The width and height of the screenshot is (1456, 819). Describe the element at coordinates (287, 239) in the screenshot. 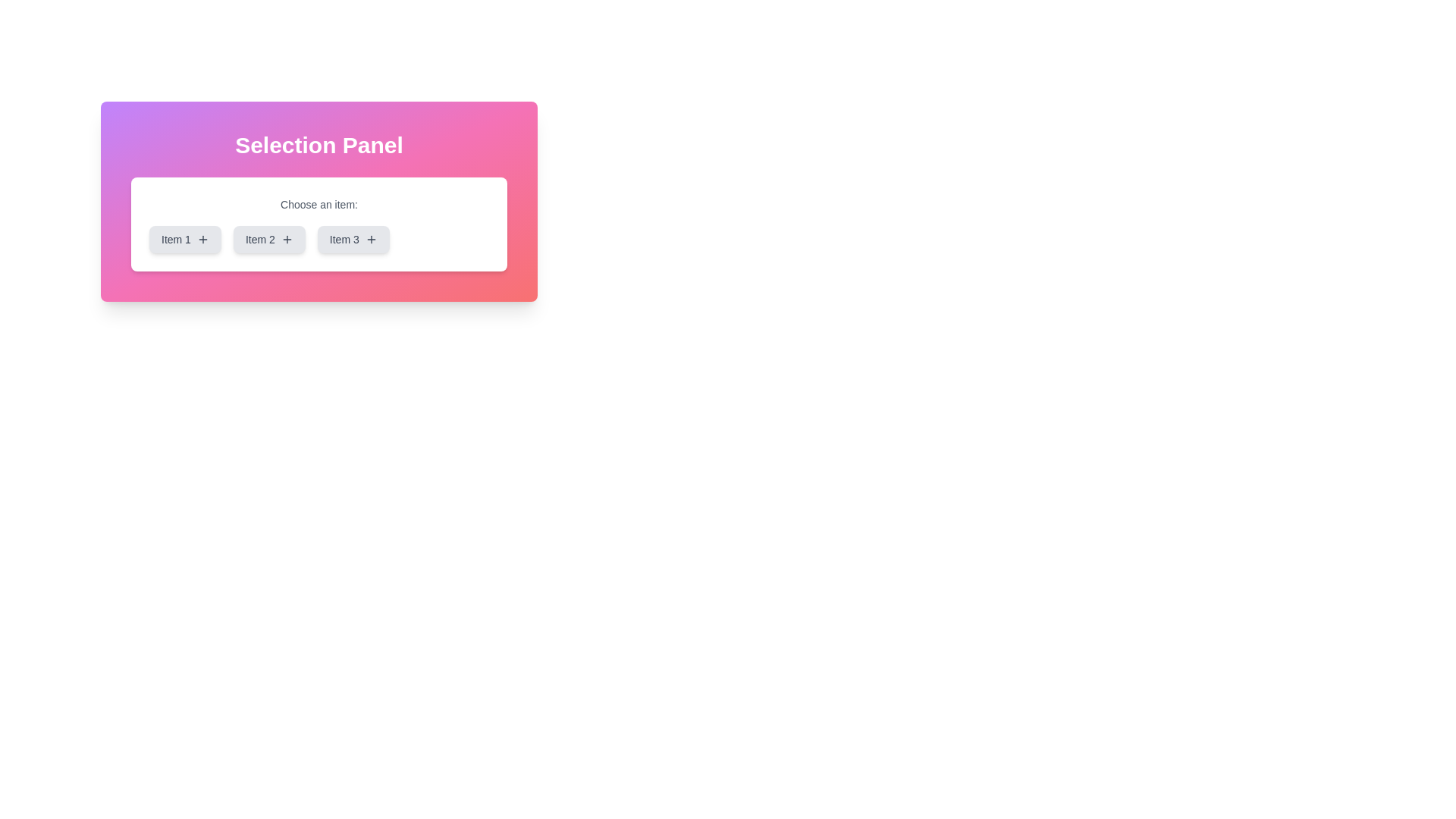

I see `the 'plus' icon located to the right of the 'Item 2' button` at that location.